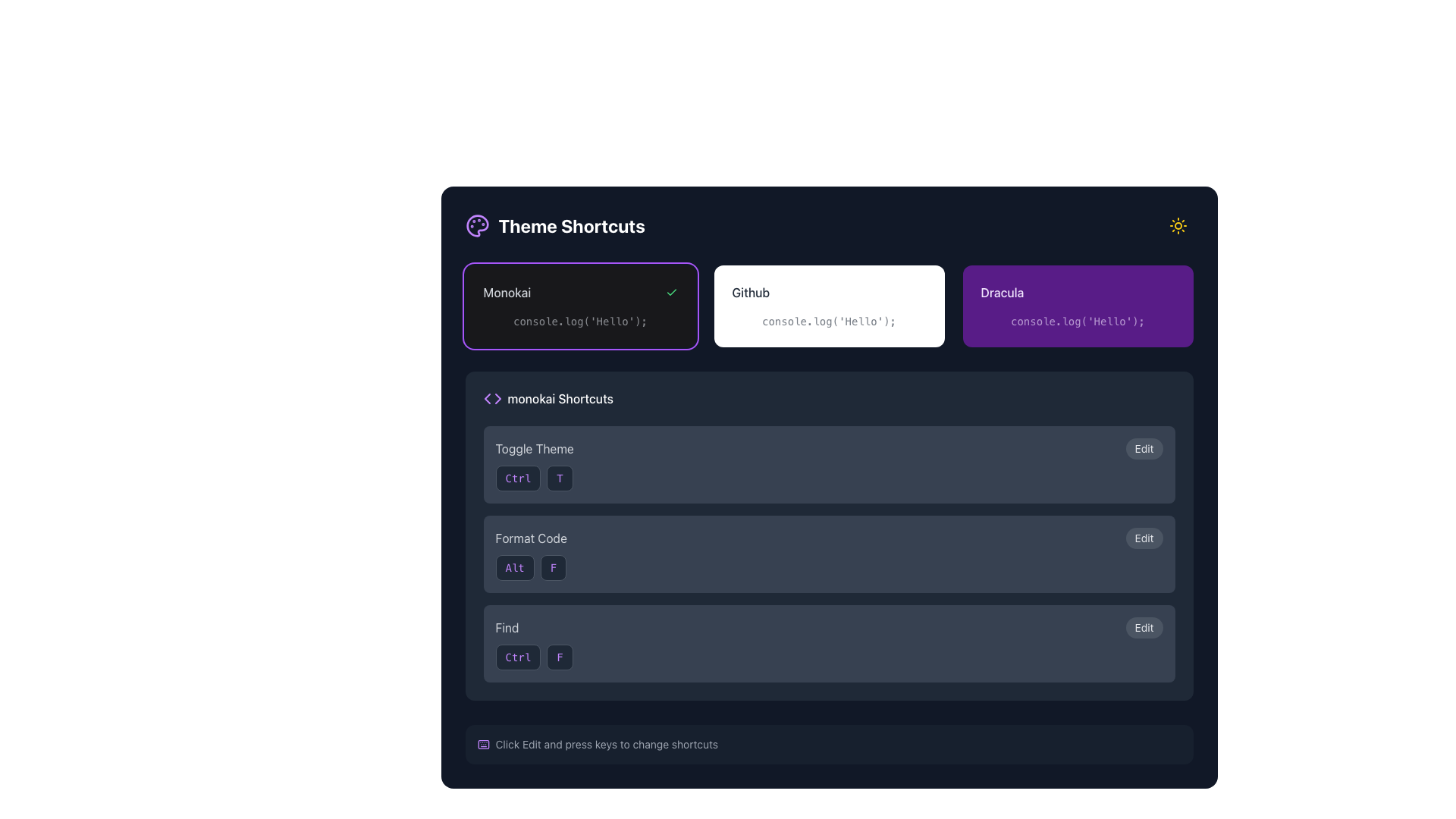  I want to click on the text label displaying the word 'Find', which is styled in gray and located within a dark rectangular section next to the 'Edit' button, so click(507, 628).